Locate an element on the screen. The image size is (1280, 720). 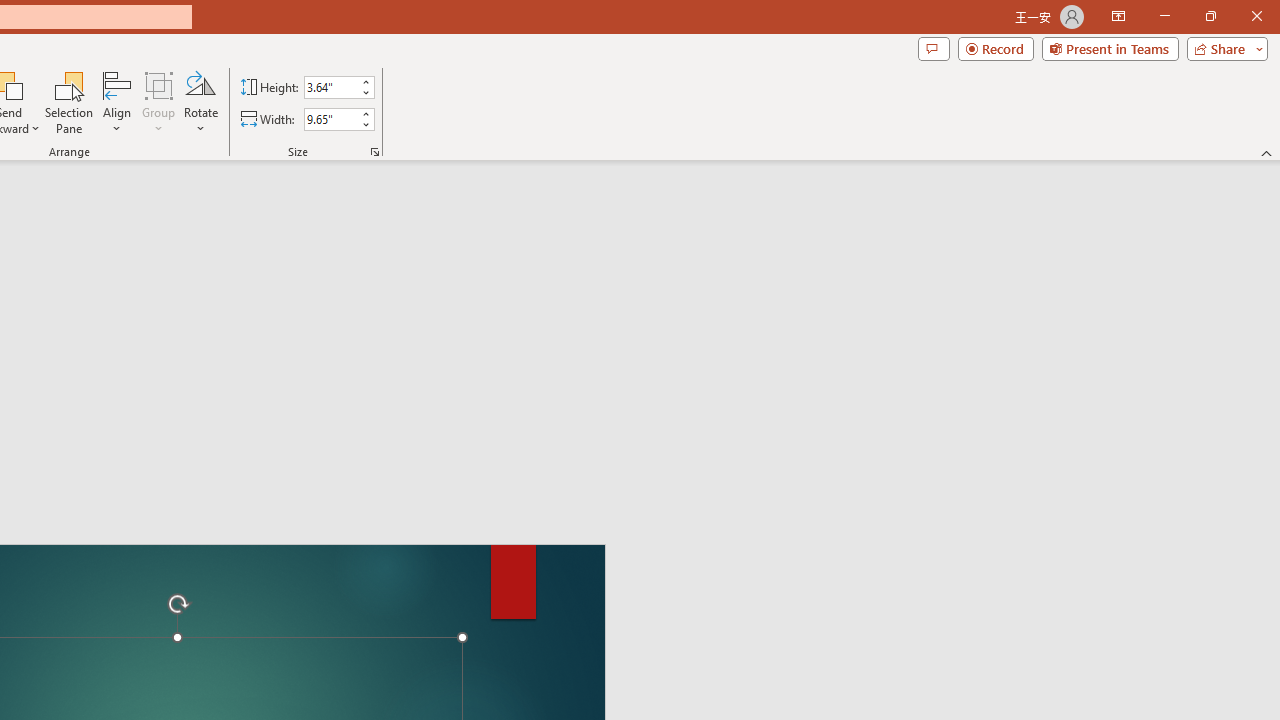
'Selection Pane...' is located at coordinates (69, 103).